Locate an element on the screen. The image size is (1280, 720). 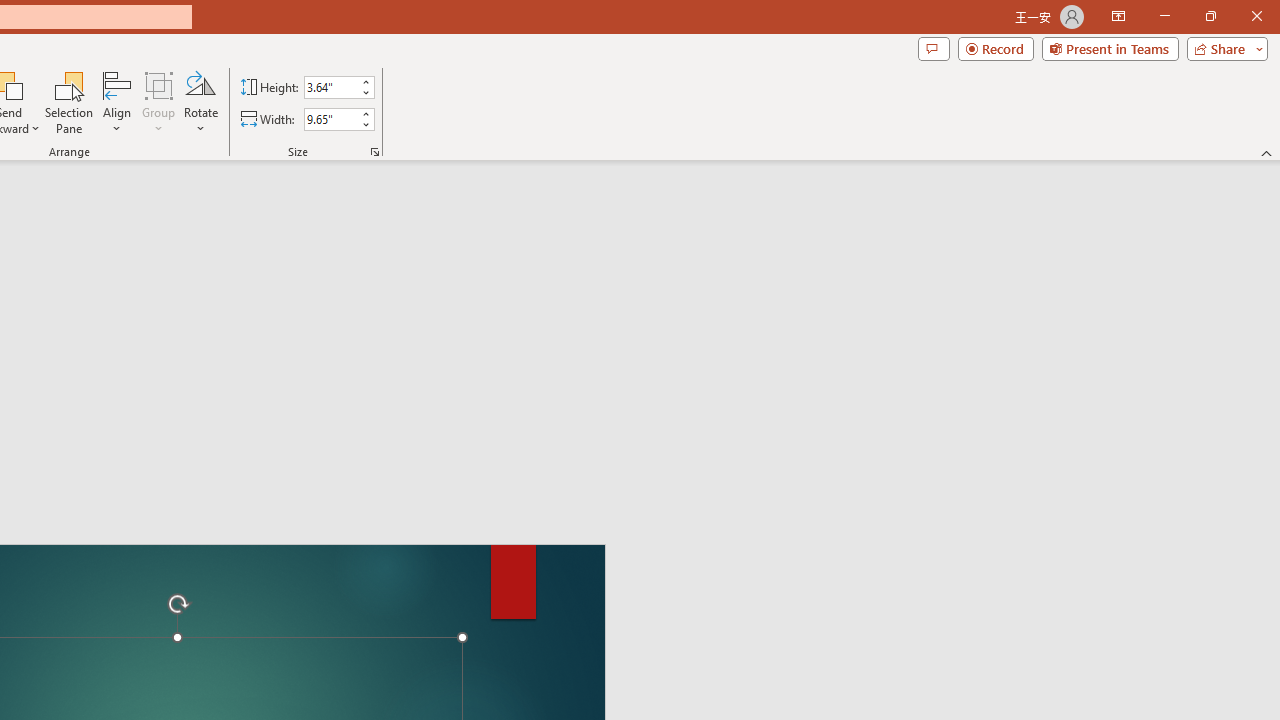
'Selection Pane...' is located at coordinates (69, 103).